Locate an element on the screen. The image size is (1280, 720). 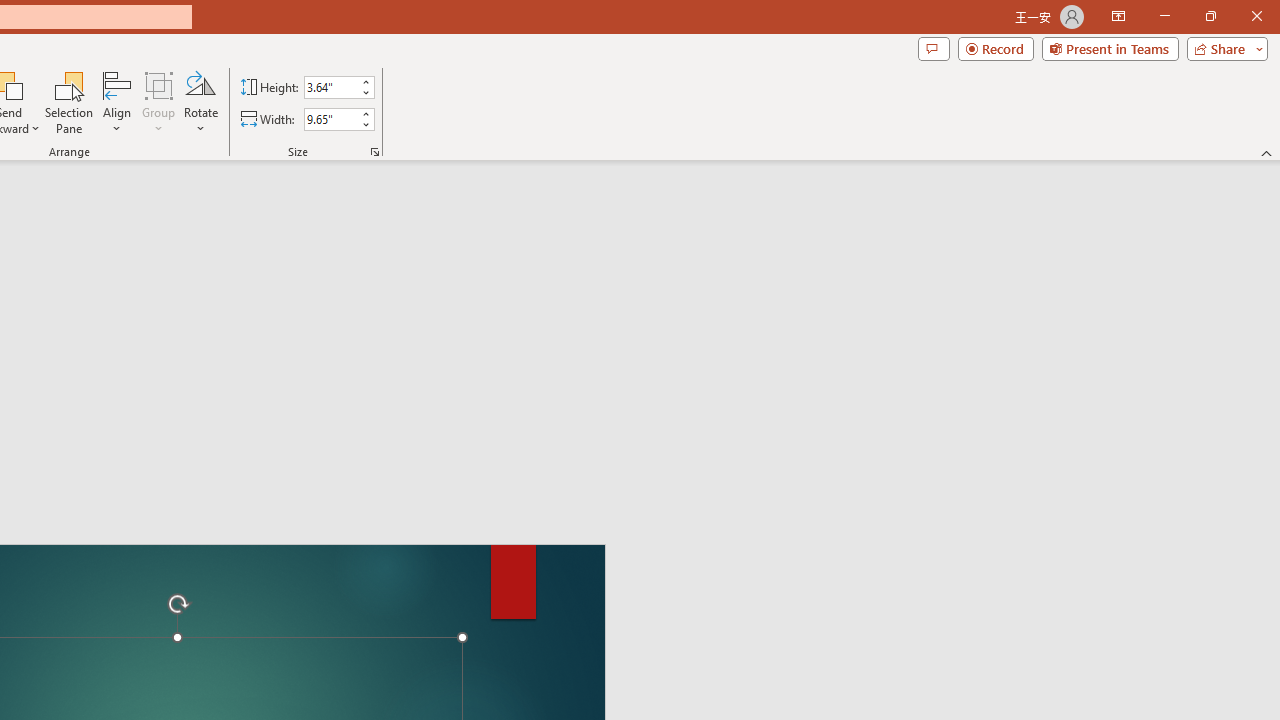
'Selection Pane...' is located at coordinates (69, 103).